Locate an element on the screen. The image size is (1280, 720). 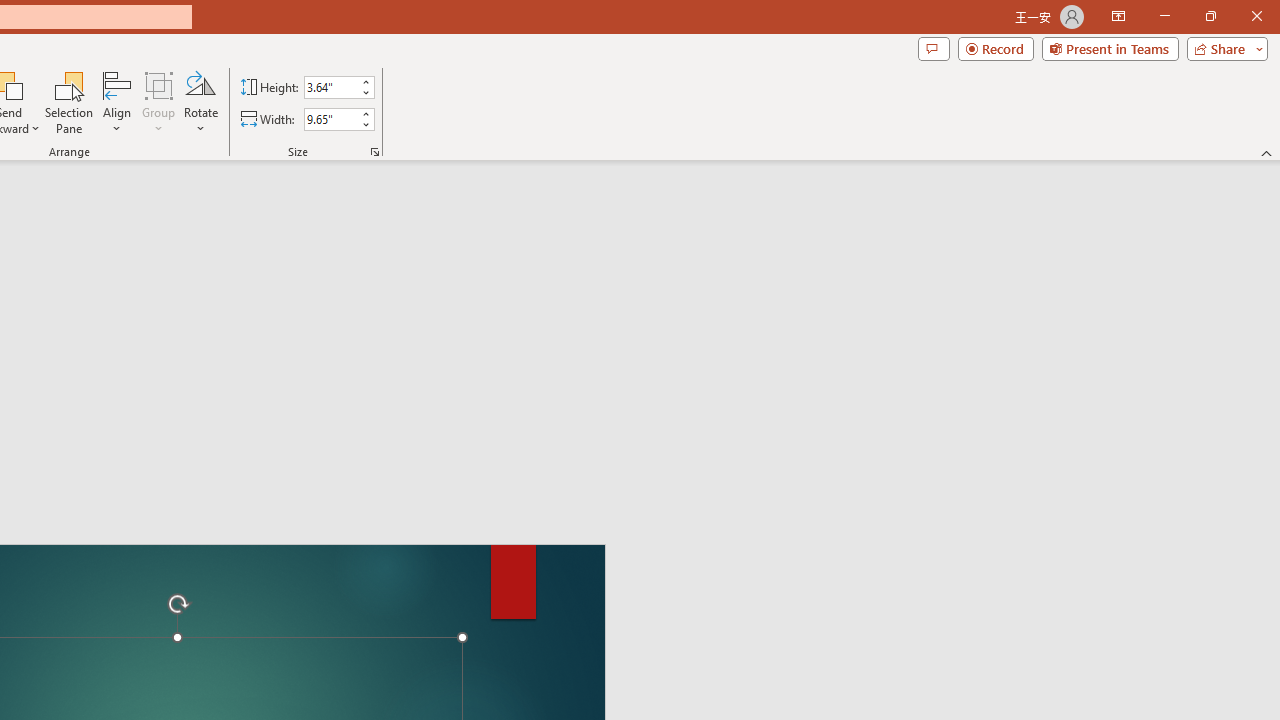
'Selection Pane...' is located at coordinates (69, 103).